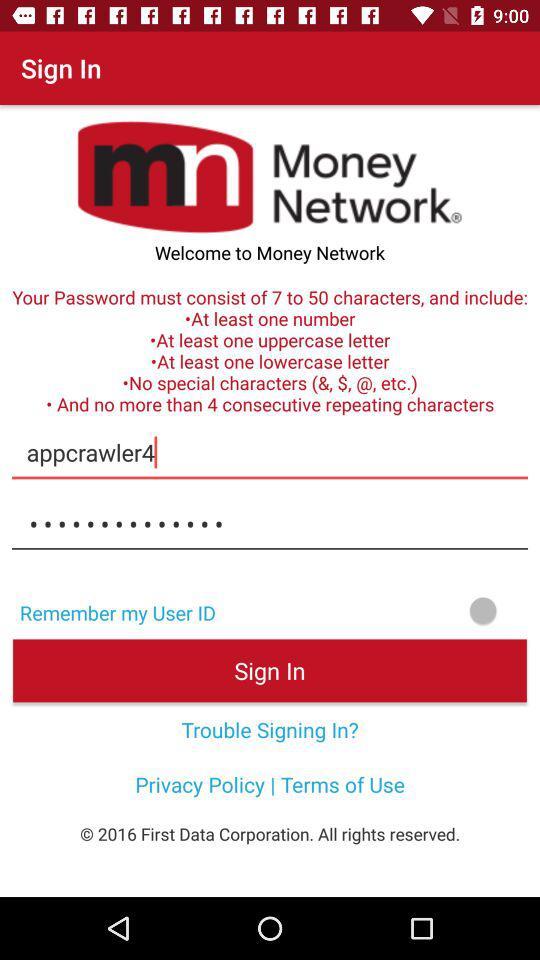 The image size is (540, 960). Describe the element at coordinates (384, 609) in the screenshot. I see `the item next to remember my user item` at that location.